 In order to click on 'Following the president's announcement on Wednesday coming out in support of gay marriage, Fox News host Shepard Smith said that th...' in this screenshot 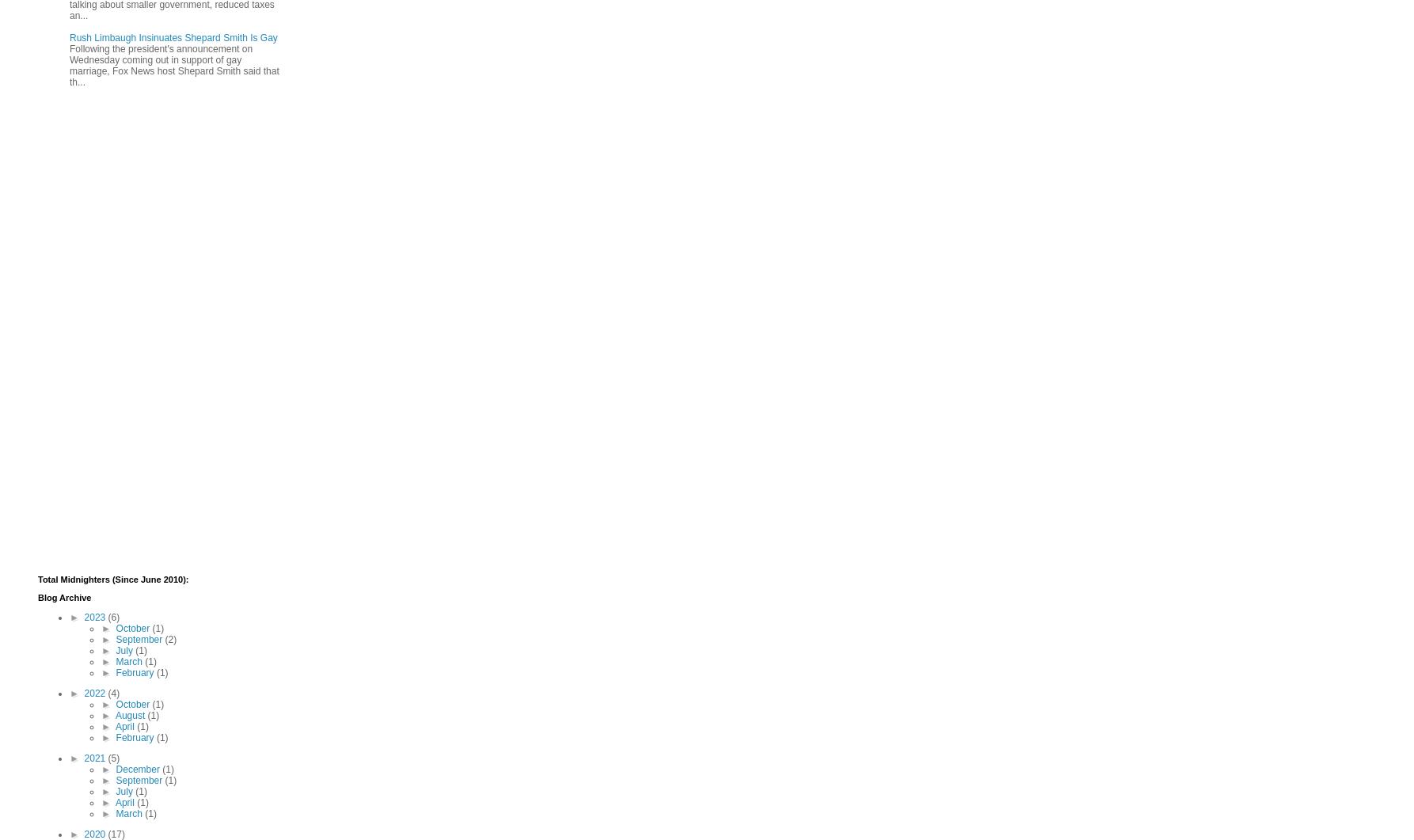, I will do `click(173, 65)`.